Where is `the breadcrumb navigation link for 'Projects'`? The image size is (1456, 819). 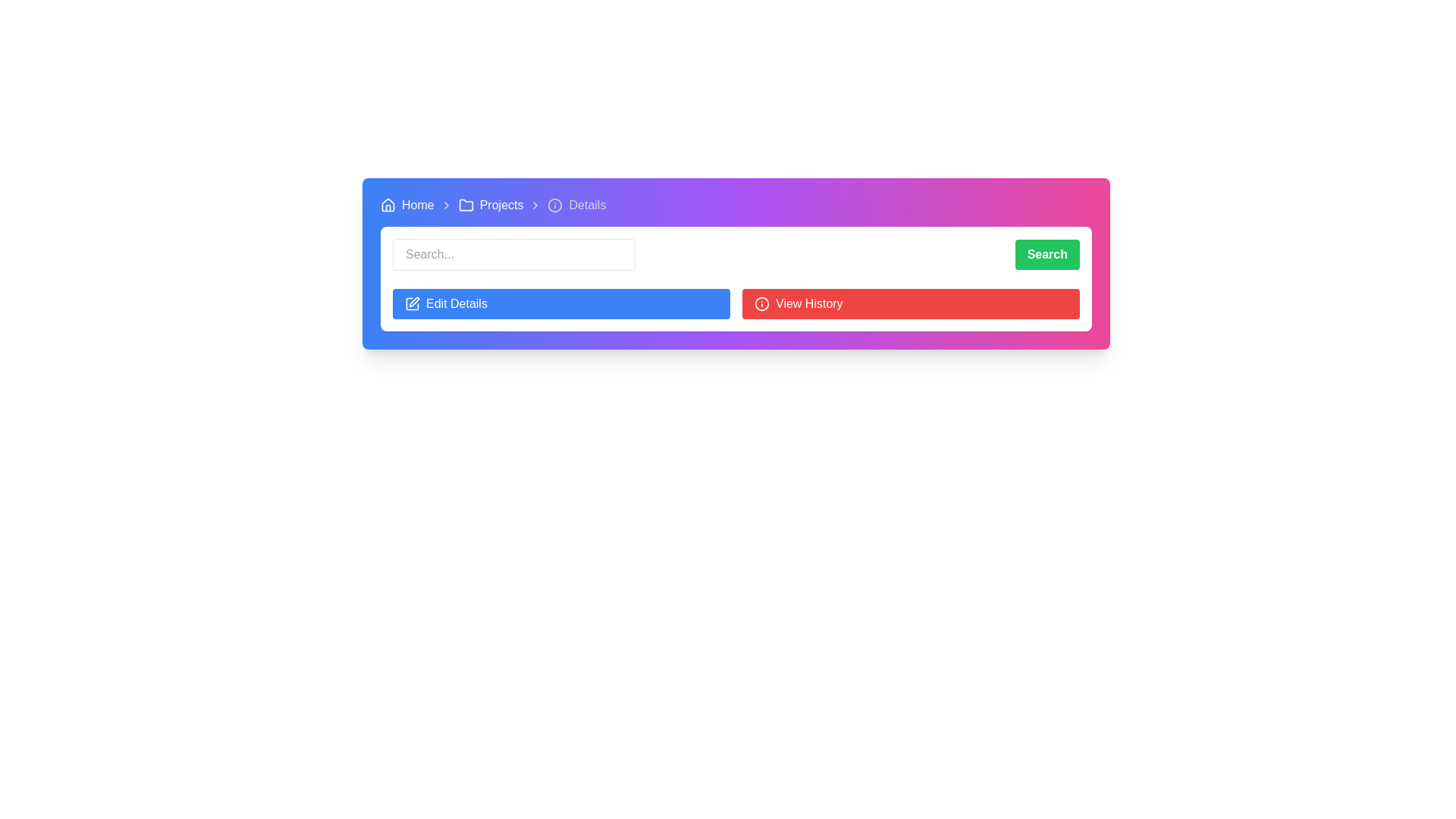
the breadcrumb navigation link for 'Projects' is located at coordinates (491, 205).